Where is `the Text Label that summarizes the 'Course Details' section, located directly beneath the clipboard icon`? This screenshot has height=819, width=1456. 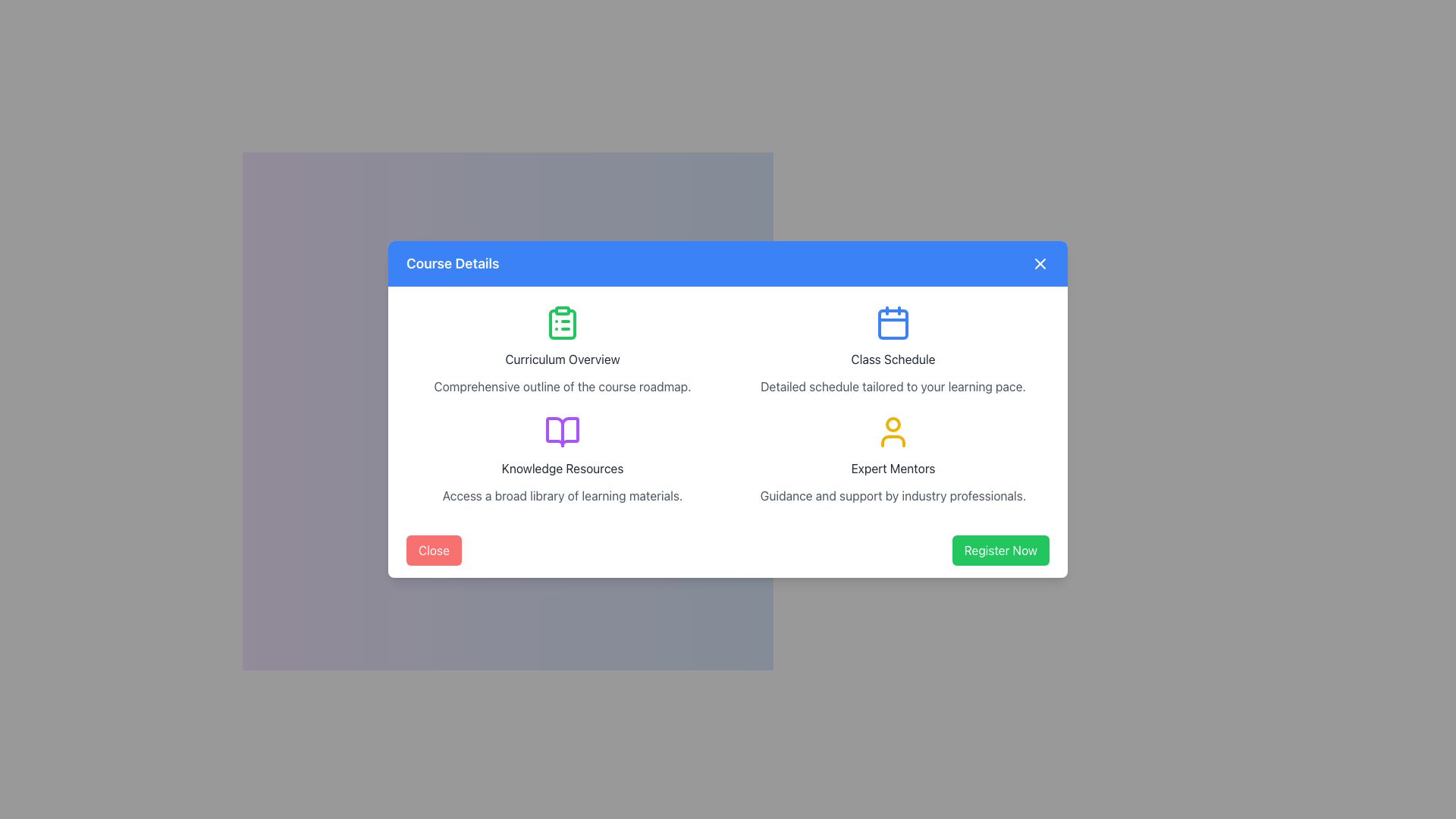
the Text Label that summarizes the 'Course Details' section, located directly beneath the clipboard icon is located at coordinates (562, 359).